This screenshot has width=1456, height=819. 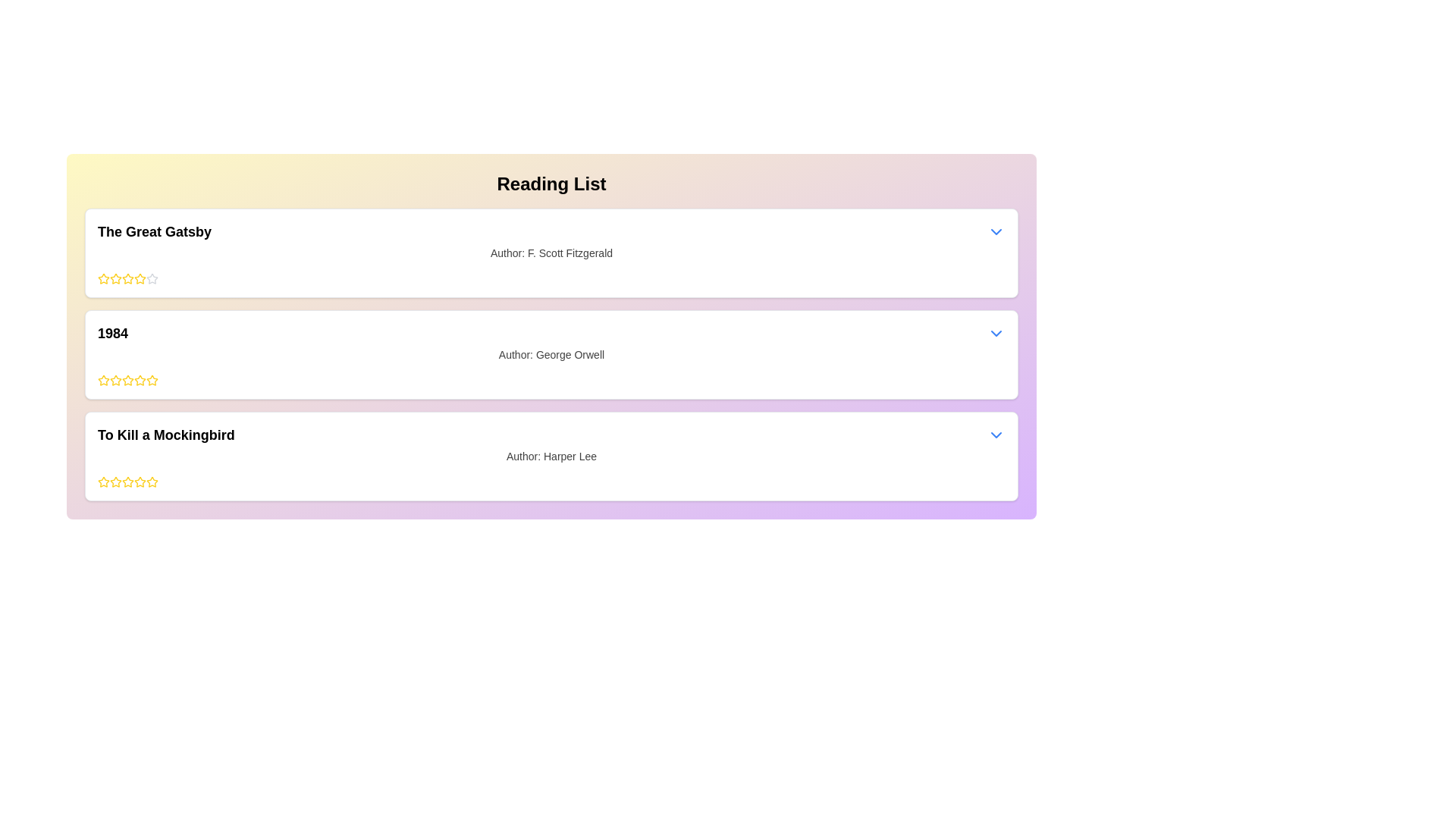 What do you see at coordinates (551, 354) in the screenshot?
I see `the non-interactive text label that informs the user about the author of the book '1984', which is centrally aligned below the title of the book` at bounding box center [551, 354].